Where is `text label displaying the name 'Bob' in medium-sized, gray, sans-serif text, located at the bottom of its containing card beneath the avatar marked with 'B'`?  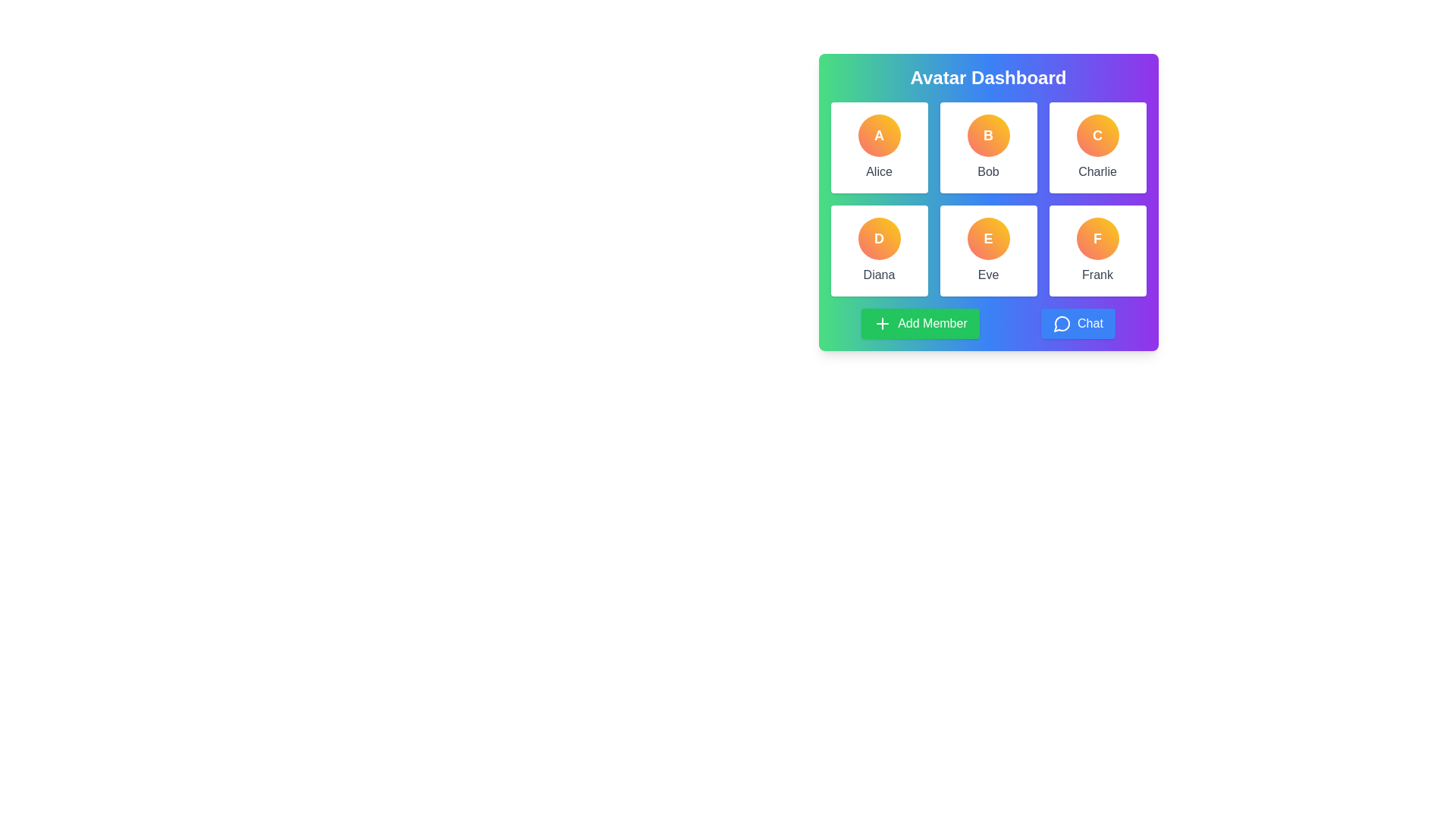 text label displaying the name 'Bob' in medium-sized, gray, sans-serif text, located at the bottom of its containing card beneath the avatar marked with 'B' is located at coordinates (988, 171).